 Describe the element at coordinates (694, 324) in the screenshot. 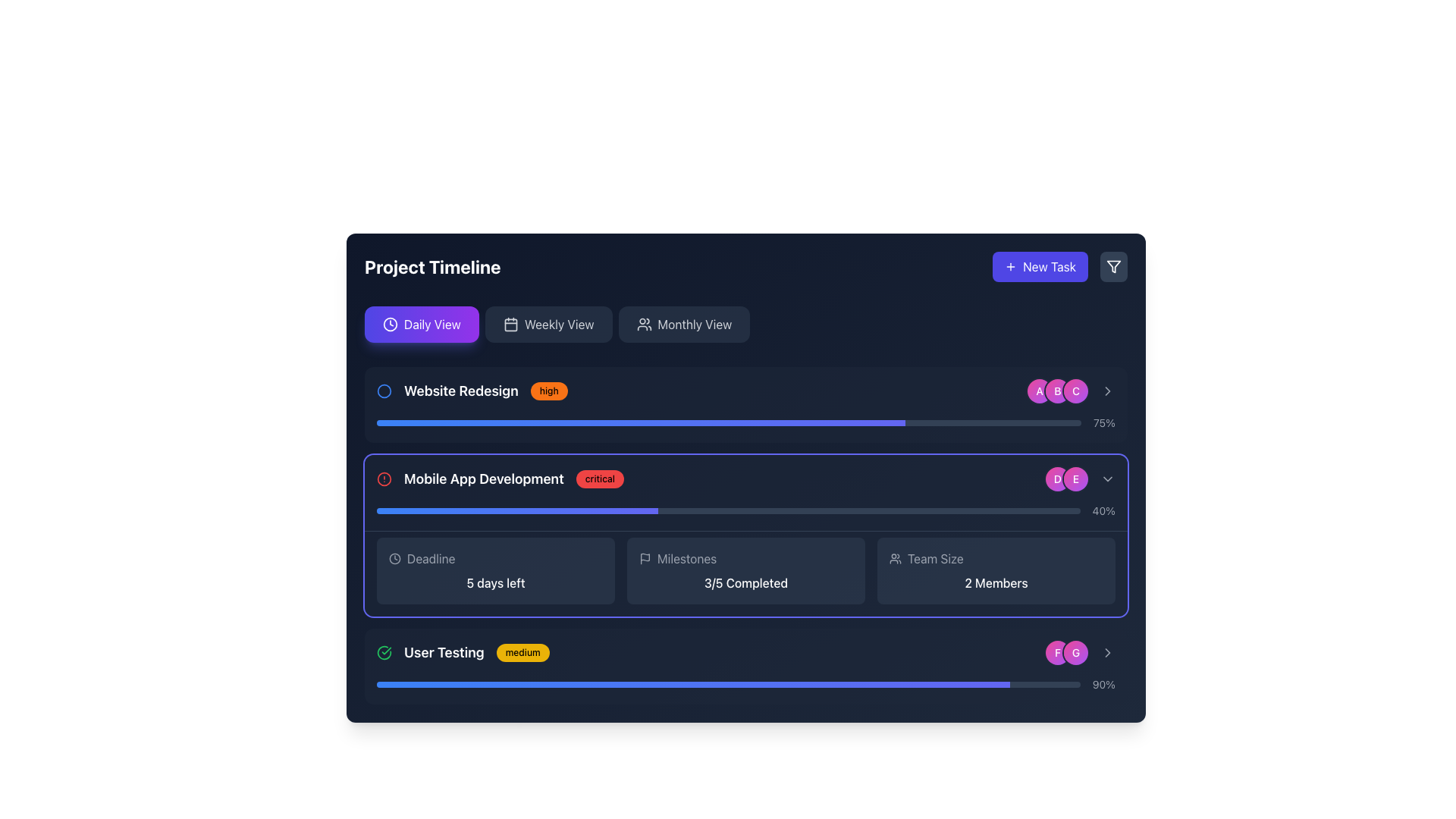

I see `the 'Monthly View' text label, which is displayed in light gray color on a dark background and is part of the navigation tab selection interface` at that location.